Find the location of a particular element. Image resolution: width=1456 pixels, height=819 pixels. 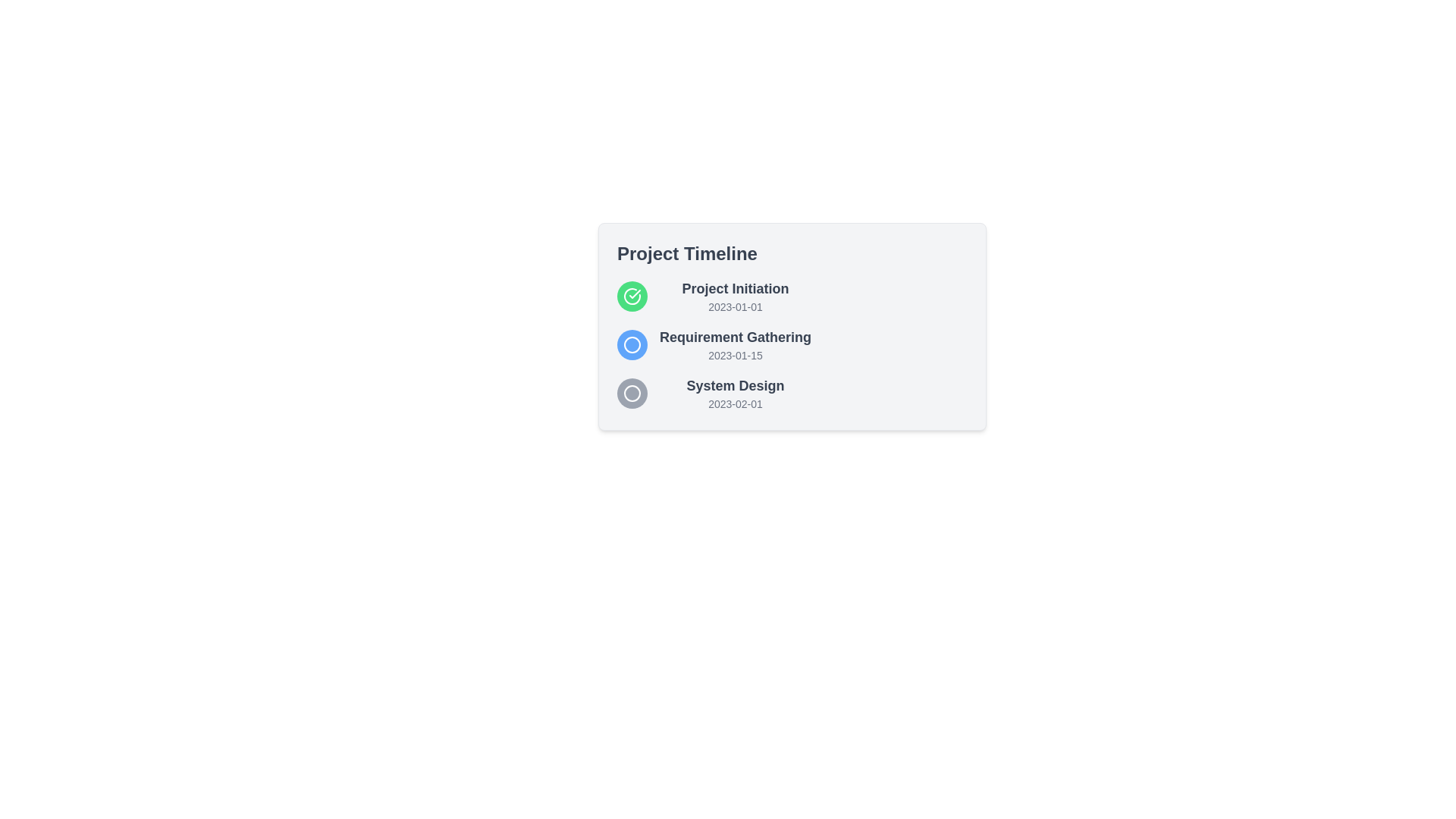

the timeline items in the vertical list of the 'Project Timeline' is located at coordinates (713, 345).